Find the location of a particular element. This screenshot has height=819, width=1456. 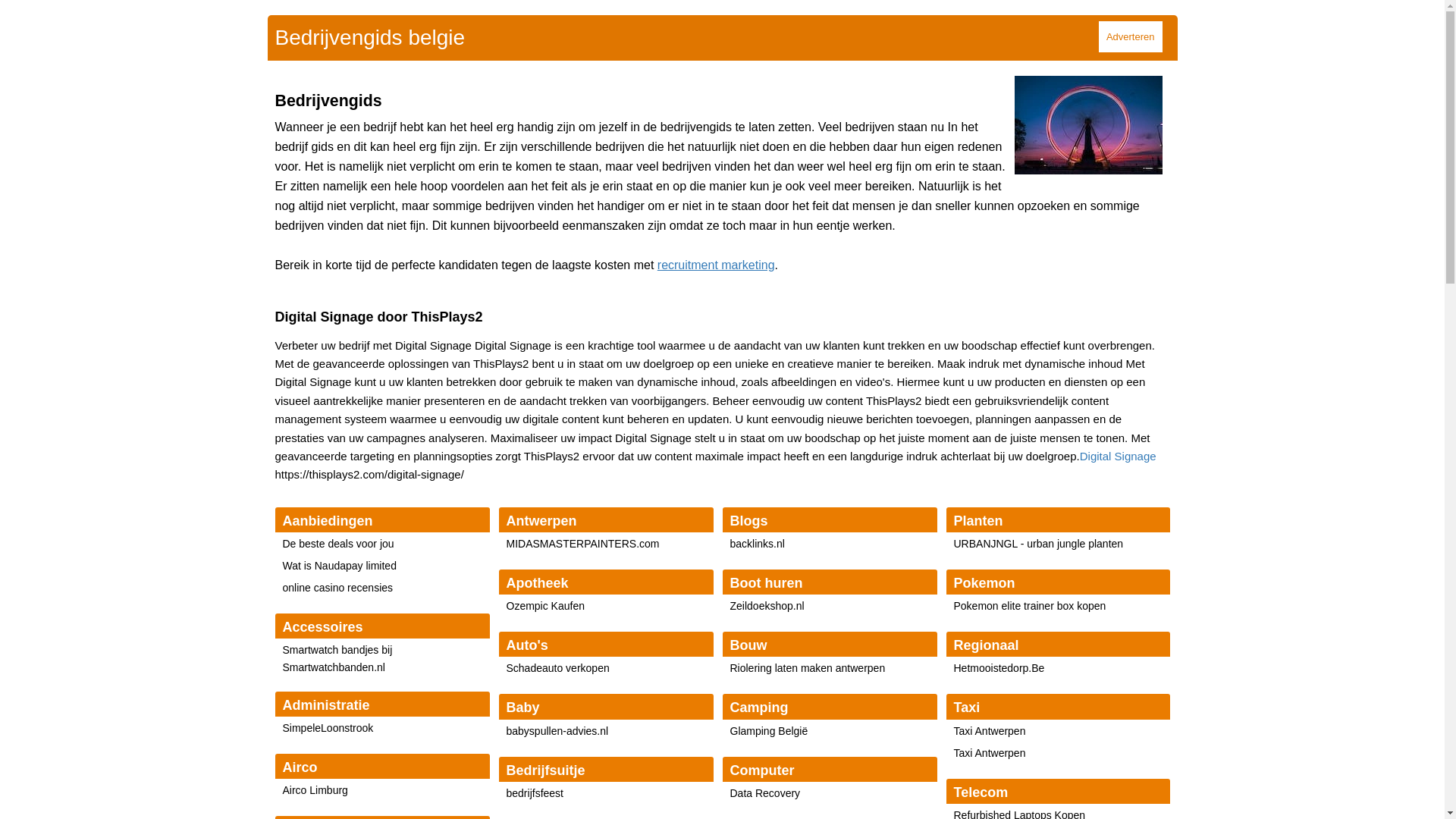

'Zeildoekshop.nl' is located at coordinates (767, 604).